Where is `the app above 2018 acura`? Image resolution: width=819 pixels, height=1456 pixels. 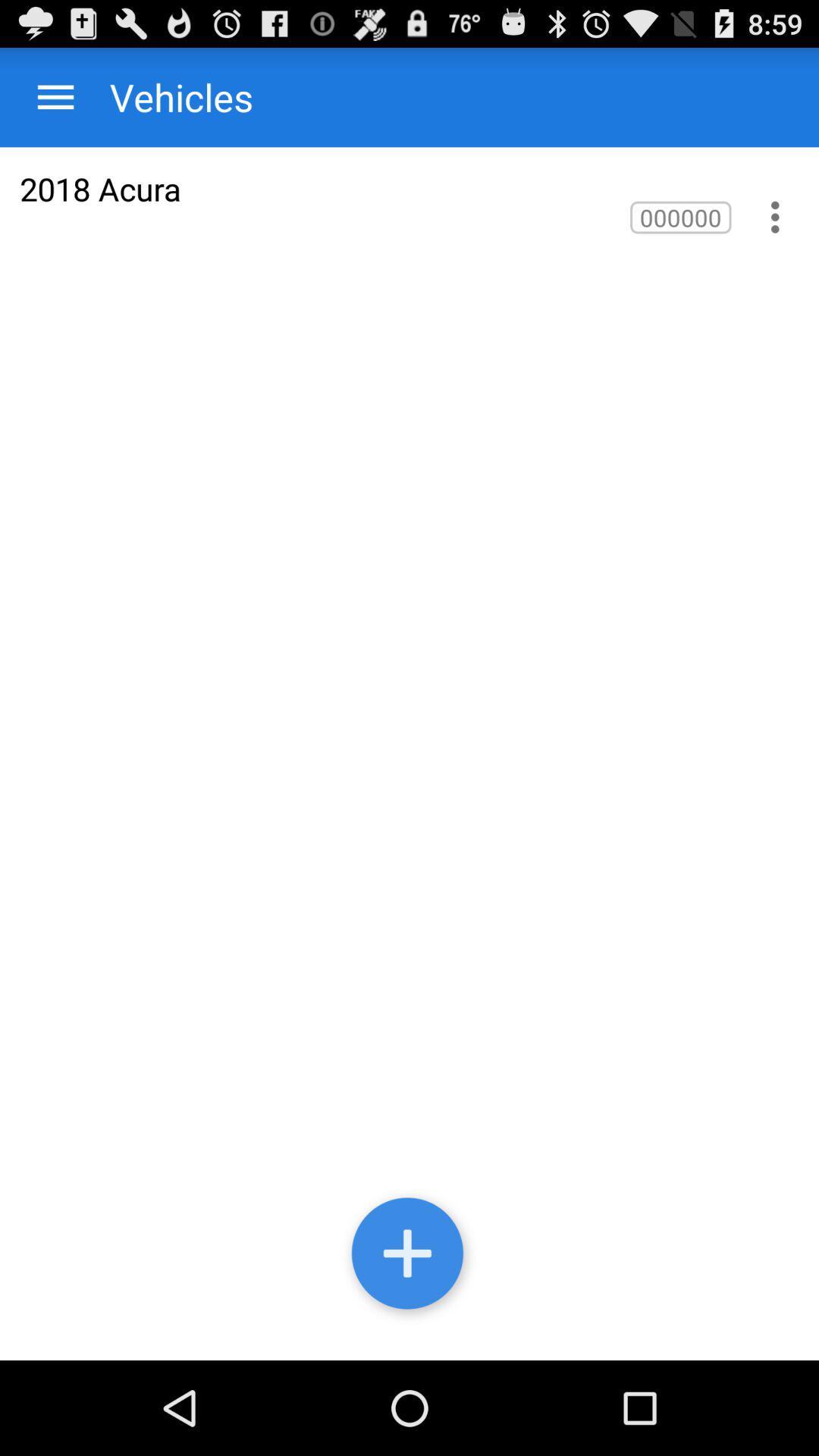 the app above 2018 acura is located at coordinates (55, 96).